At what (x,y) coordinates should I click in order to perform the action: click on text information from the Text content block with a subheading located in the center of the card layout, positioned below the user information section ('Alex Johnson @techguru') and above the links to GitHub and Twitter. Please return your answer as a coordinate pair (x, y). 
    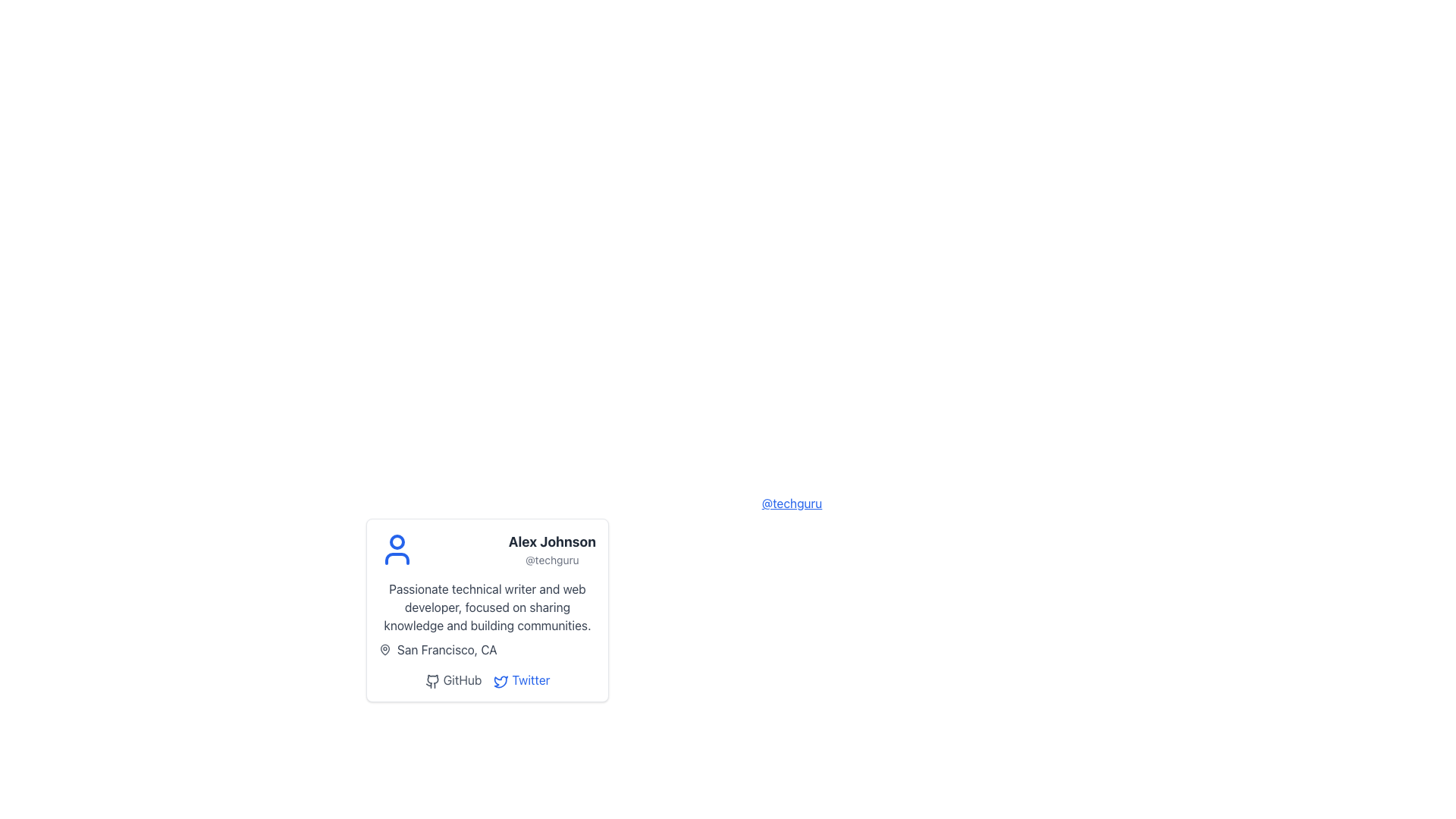
    Looking at the image, I should click on (488, 620).